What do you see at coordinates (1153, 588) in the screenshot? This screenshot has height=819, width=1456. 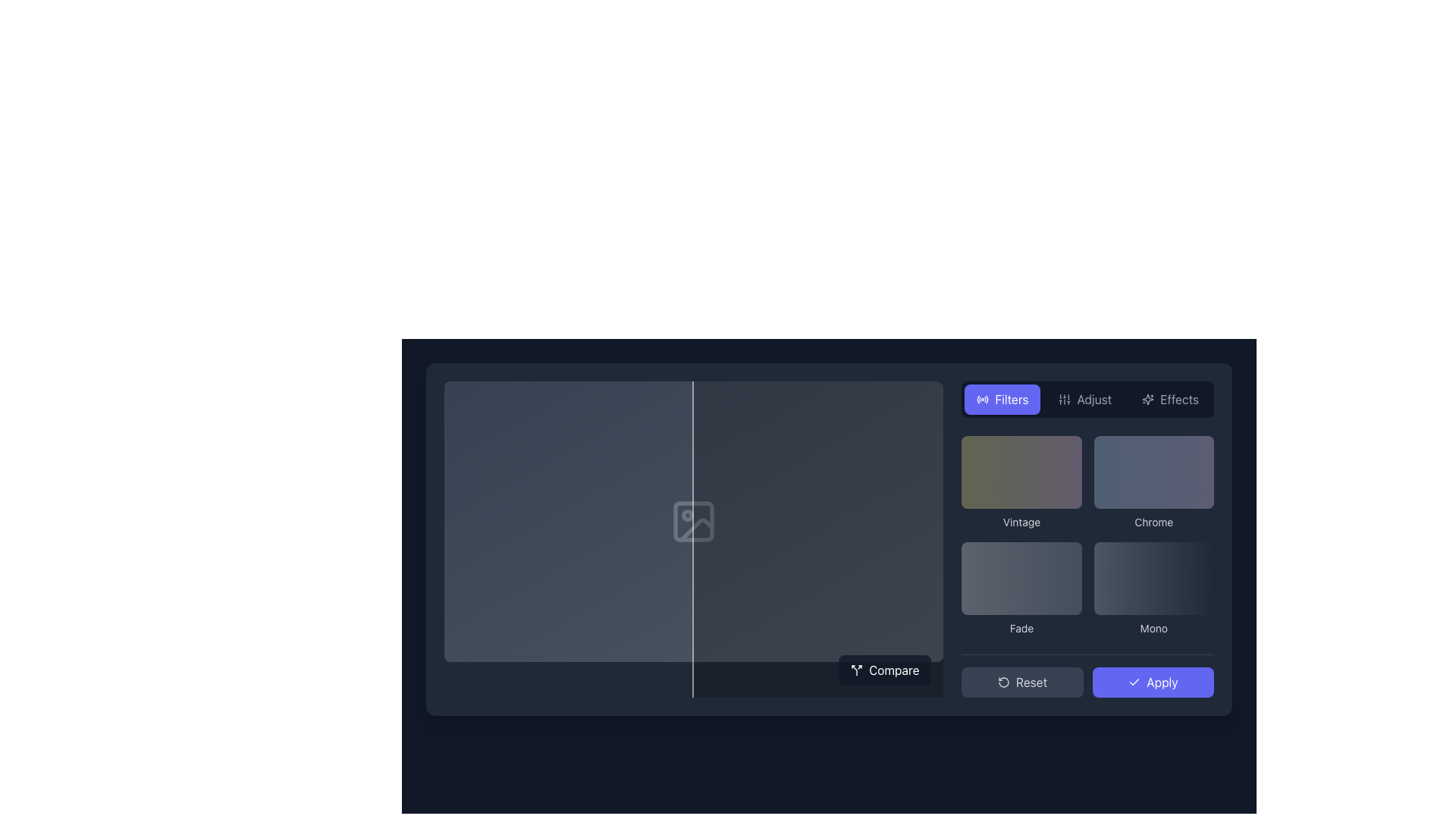 I see `the 'Mono' button located in the bottom-right cell of the grid` at bounding box center [1153, 588].